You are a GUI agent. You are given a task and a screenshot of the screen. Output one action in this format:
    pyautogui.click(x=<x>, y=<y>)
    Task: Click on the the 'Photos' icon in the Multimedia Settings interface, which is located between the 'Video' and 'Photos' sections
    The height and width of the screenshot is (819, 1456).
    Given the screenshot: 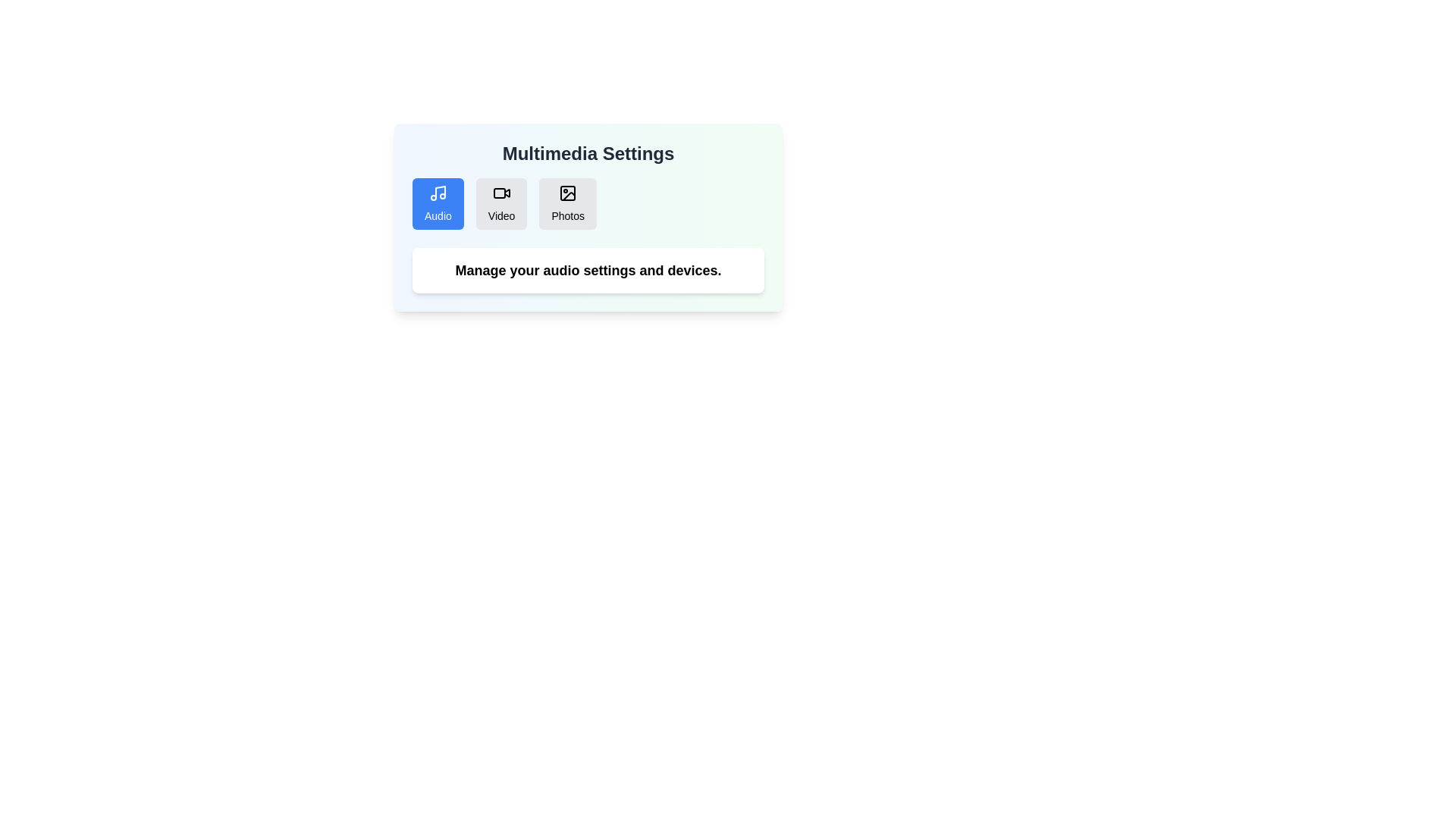 What is the action you would take?
    pyautogui.click(x=567, y=192)
    